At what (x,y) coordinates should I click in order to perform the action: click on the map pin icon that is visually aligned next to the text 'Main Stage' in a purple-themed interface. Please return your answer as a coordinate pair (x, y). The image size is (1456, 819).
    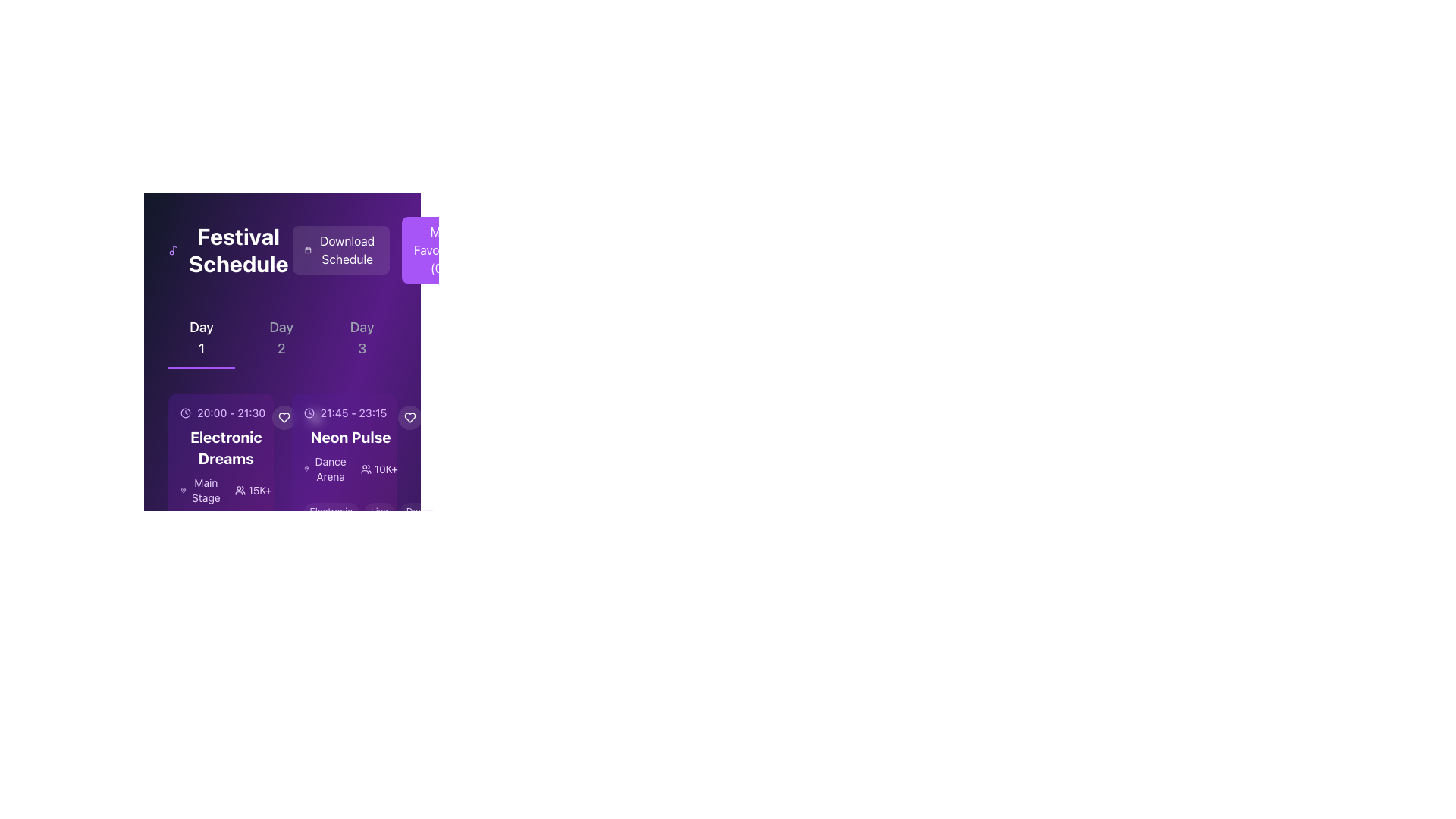
    Looking at the image, I should click on (183, 491).